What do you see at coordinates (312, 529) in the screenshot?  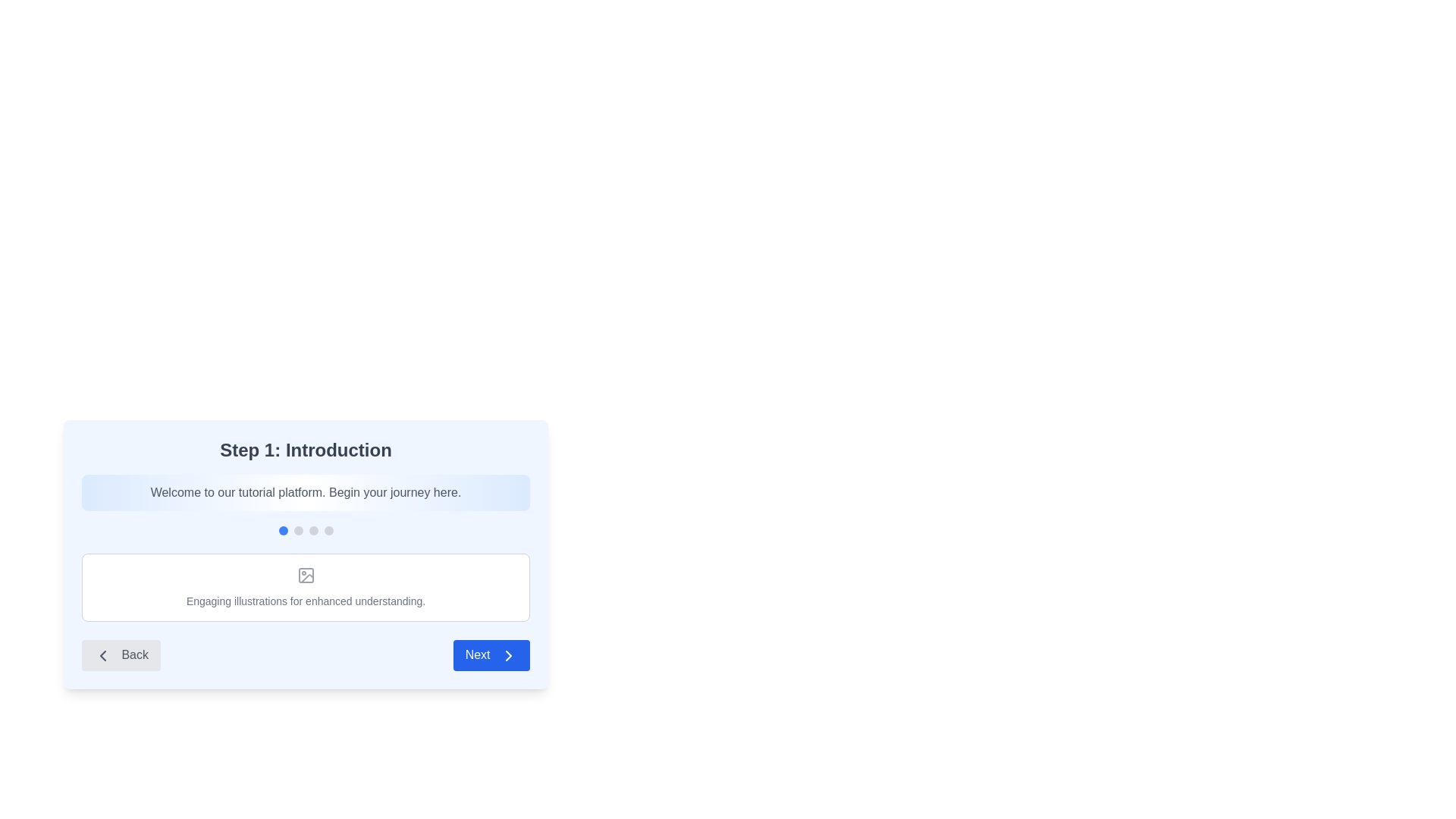 I see `the third dot in the step progress indicator group, located under 'Step 1: Introduction', which represents an unselected step` at bounding box center [312, 529].